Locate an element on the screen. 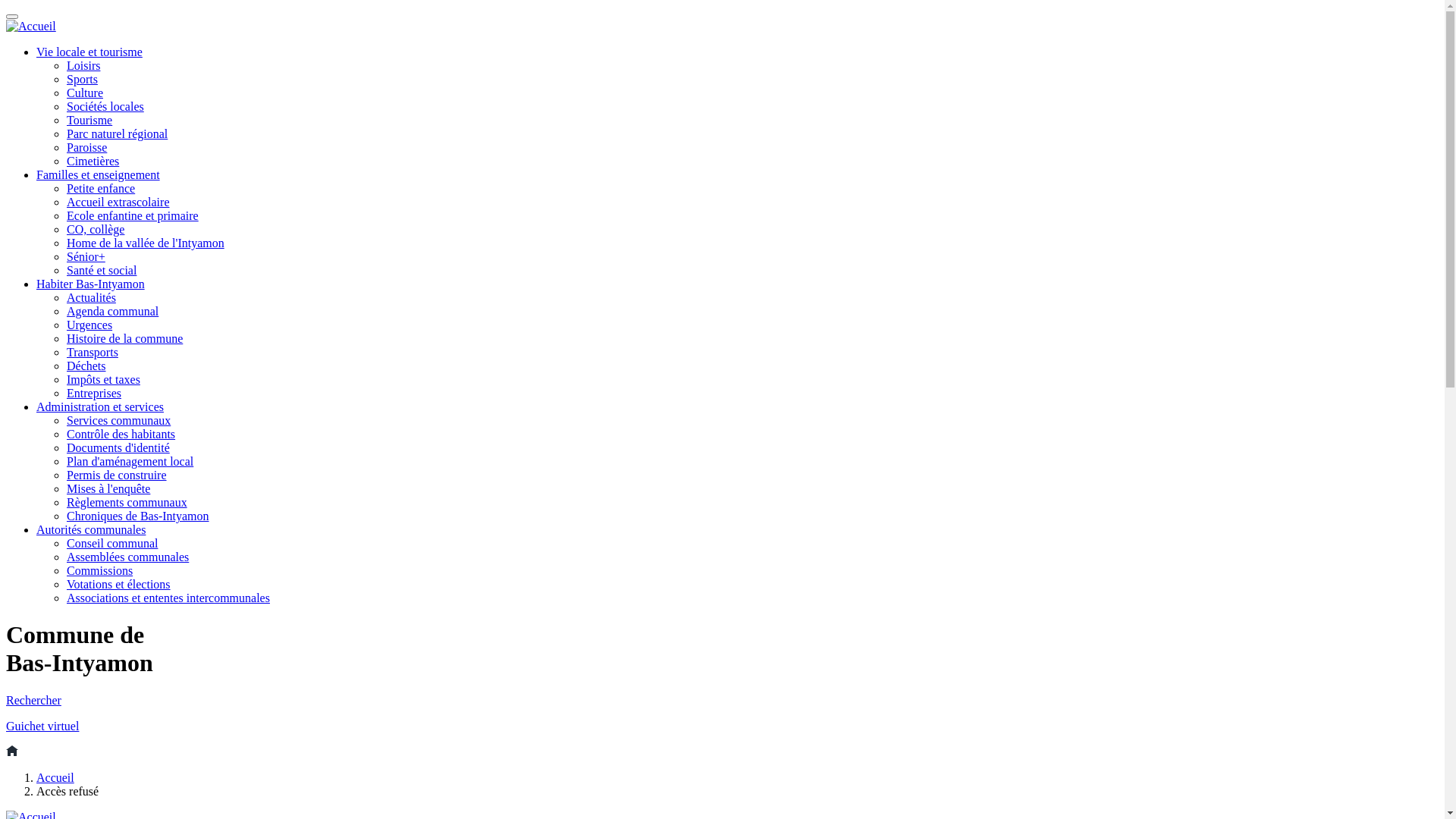  'Urgences' is located at coordinates (89, 324).